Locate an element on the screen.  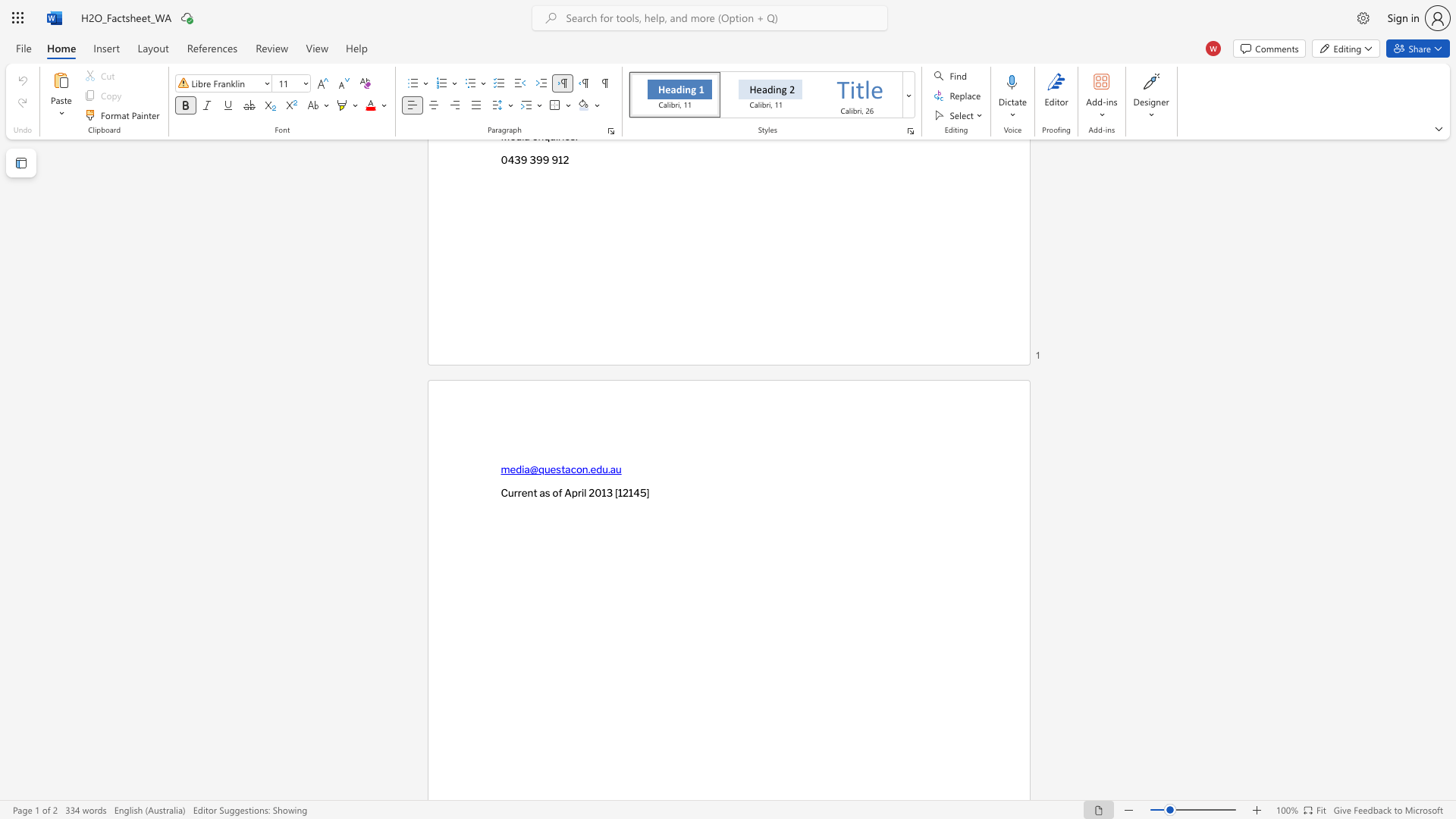
the subset text "co" within the text "media@questacon.edu.au" is located at coordinates (570, 469).